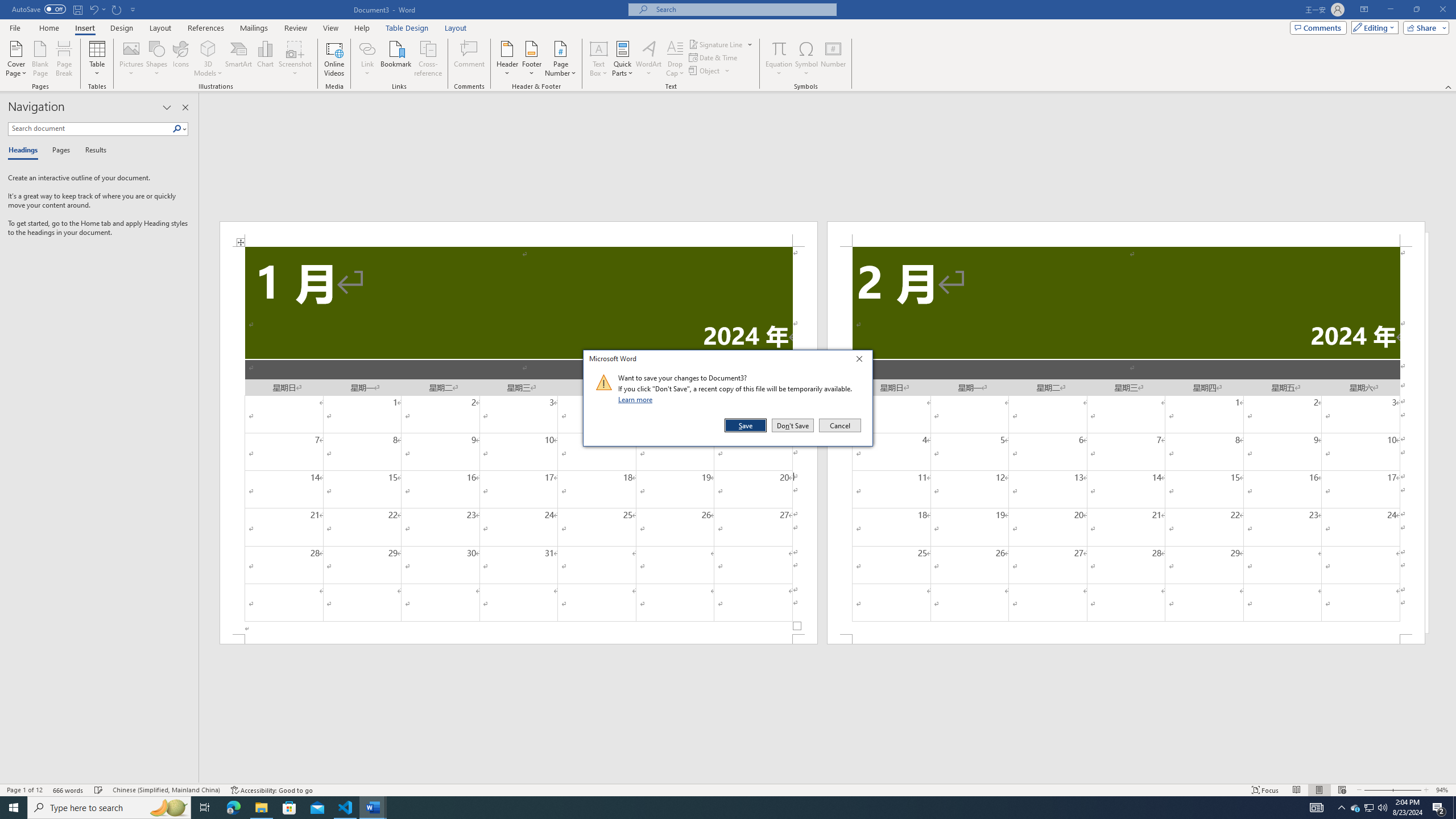 The image size is (1456, 819). I want to click on 'Page Number Page 1 of 12', so click(24, 790).